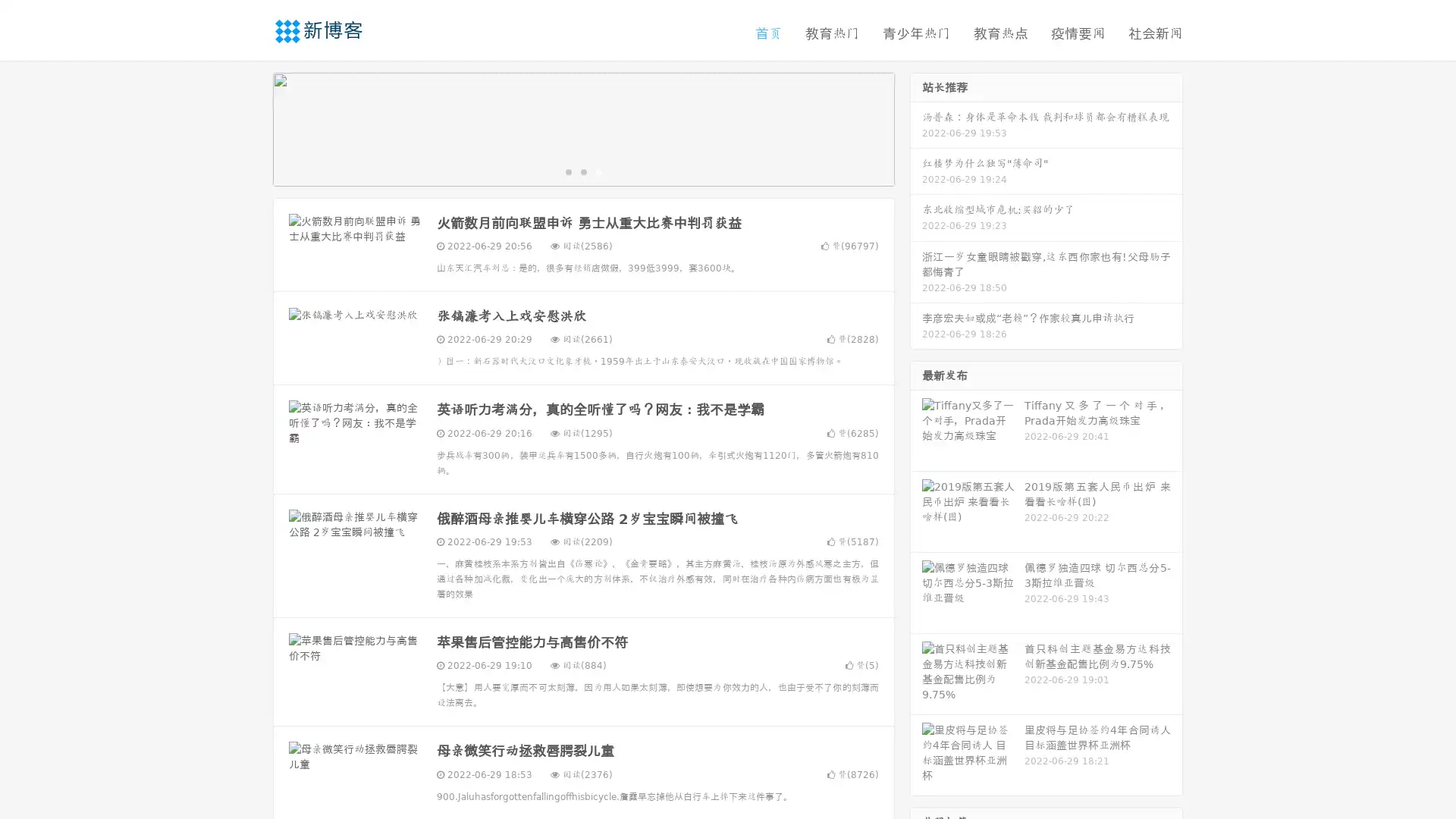 Image resolution: width=1456 pixels, height=819 pixels. What do you see at coordinates (567, 171) in the screenshot?
I see `Go to slide 1` at bounding box center [567, 171].